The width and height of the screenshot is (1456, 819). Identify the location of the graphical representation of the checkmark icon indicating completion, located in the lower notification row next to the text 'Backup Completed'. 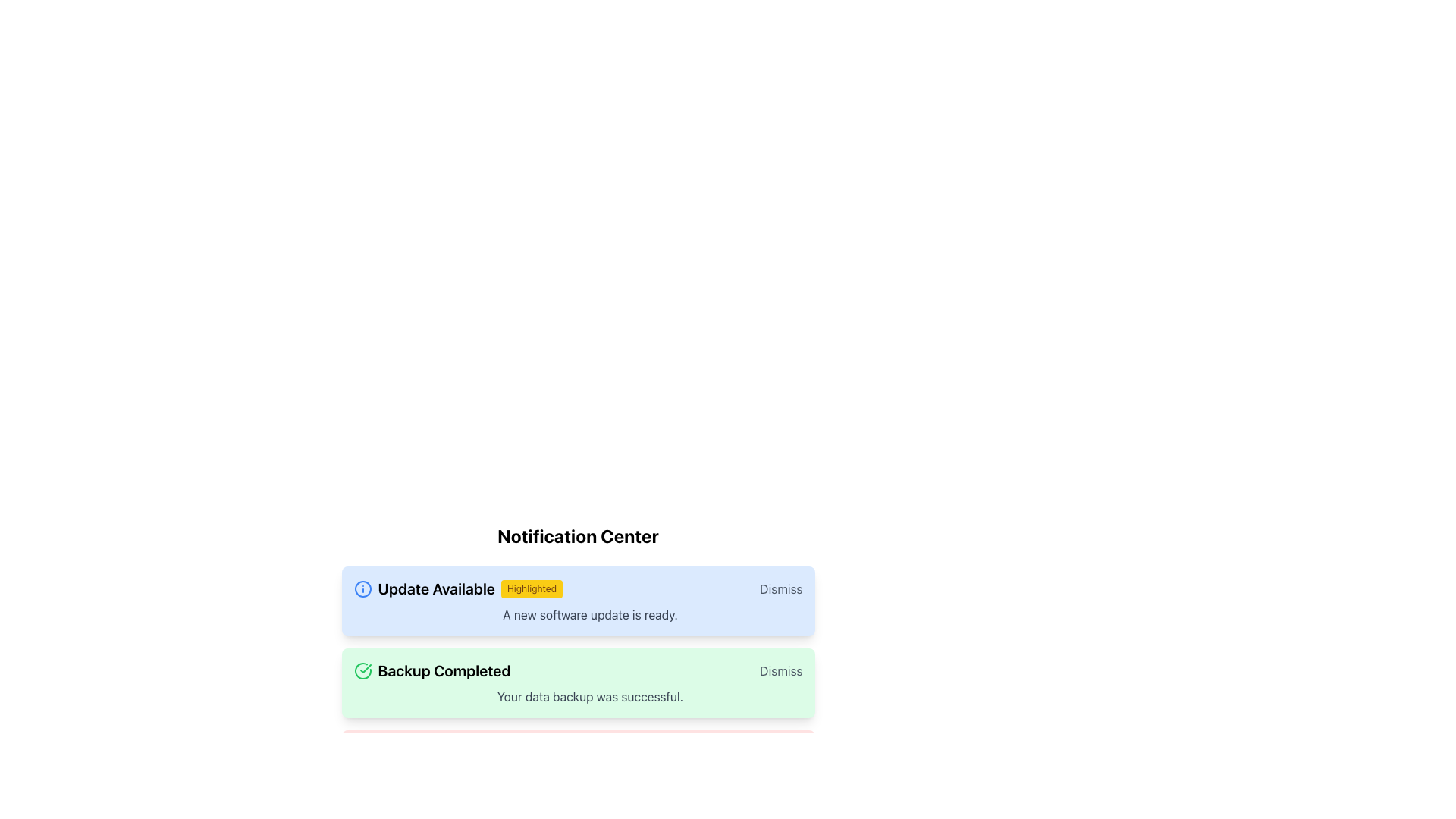
(362, 670).